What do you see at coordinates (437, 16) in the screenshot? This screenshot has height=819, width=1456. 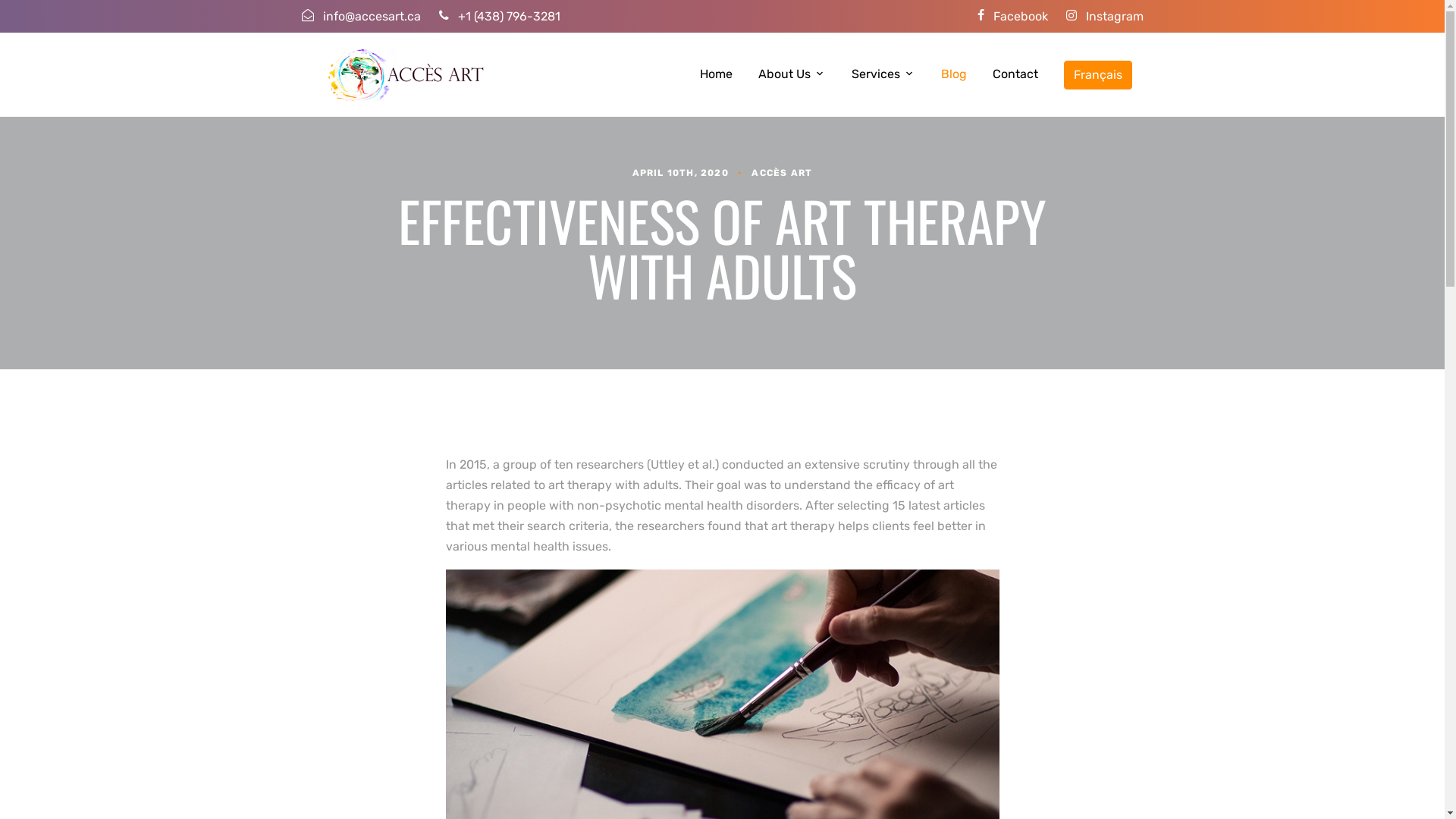 I see `'+1 (438) 796-3281'` at bounding box center [437, 16].